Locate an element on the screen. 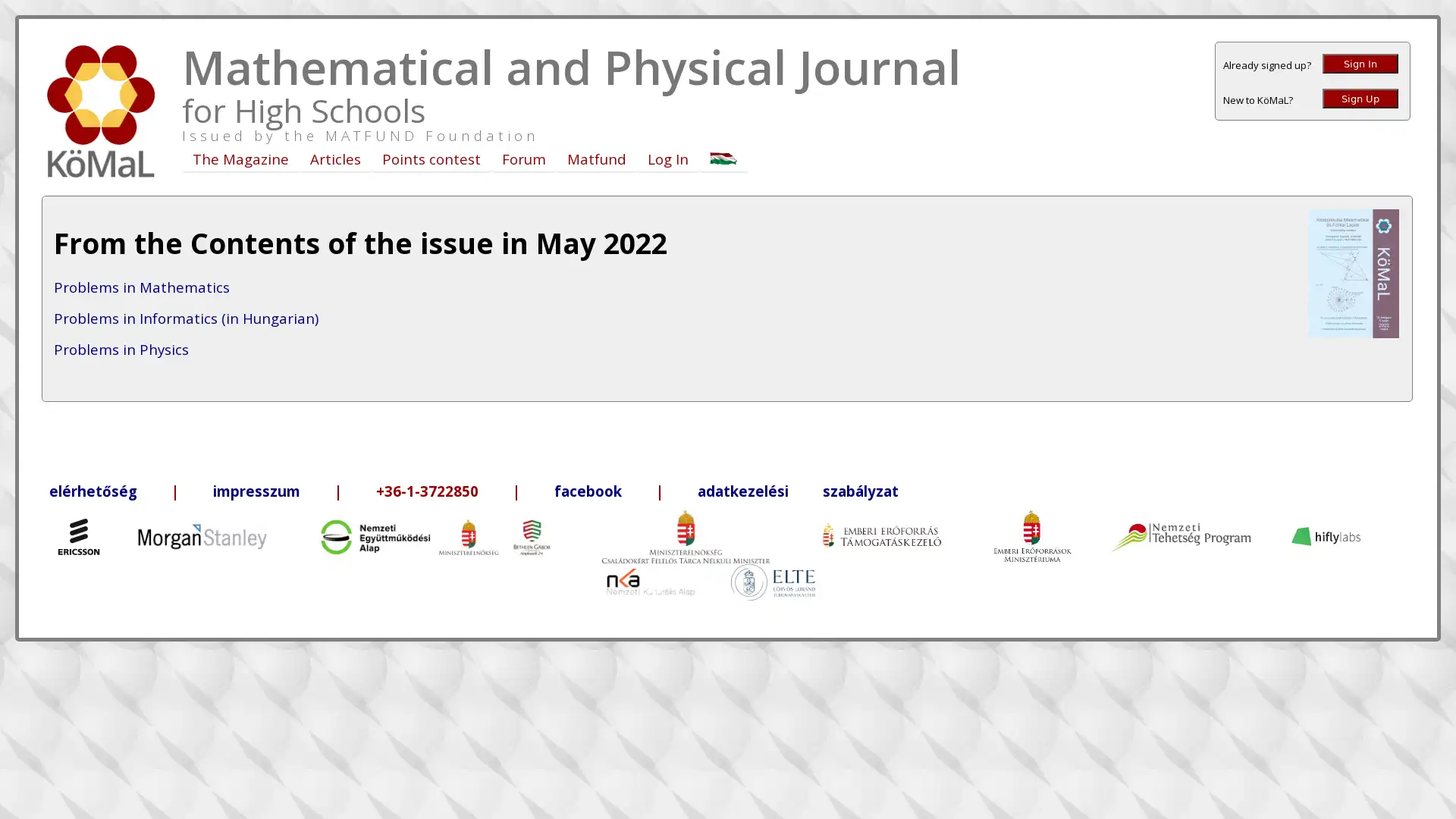 The height and width of the screenshot is (819, 1456). Sign Up is located at coordinates (1360, 99).